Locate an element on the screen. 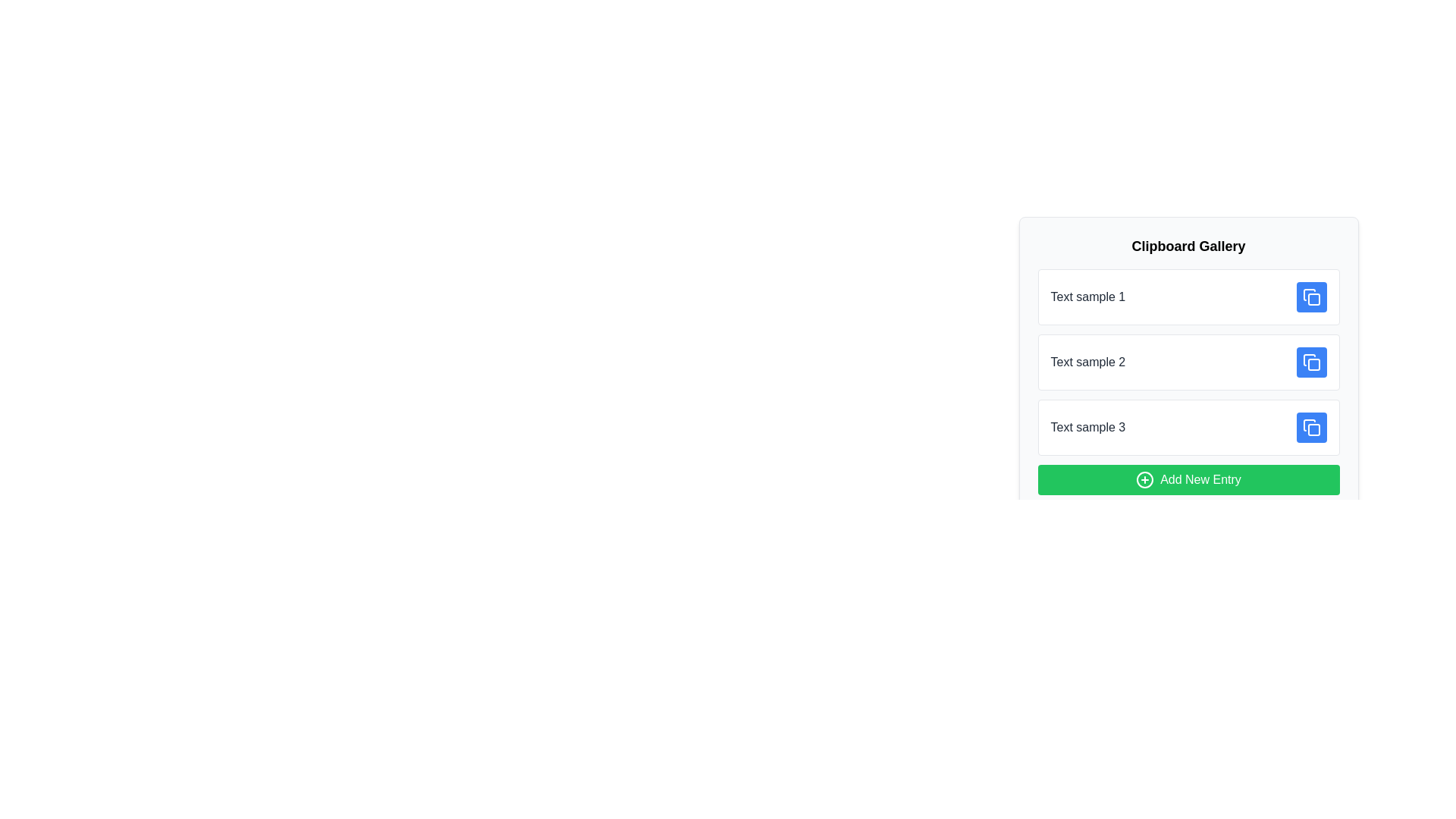  the copy icon located at the far right of the row for the entry labeled 'Text sample 1' to copy the associated text or content is located at coordinates (1310, 297).